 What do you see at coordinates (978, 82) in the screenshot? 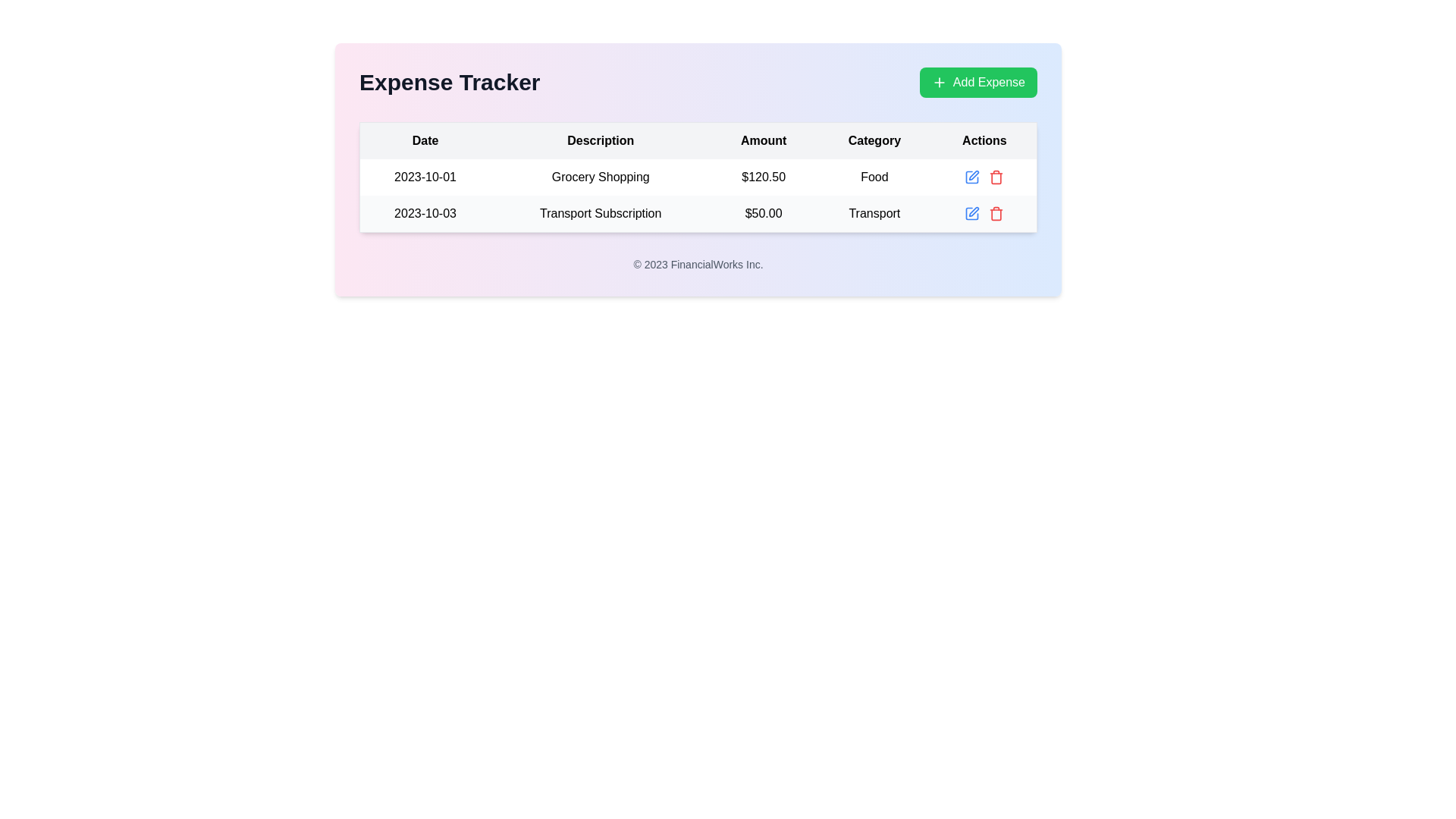
I see `the 'Add Expense' button located at the right end of the header section, aligned with the 'Expense Tracker' label, to navigate and prepare for adding a new expense entry` at bounding box center [978, 82].